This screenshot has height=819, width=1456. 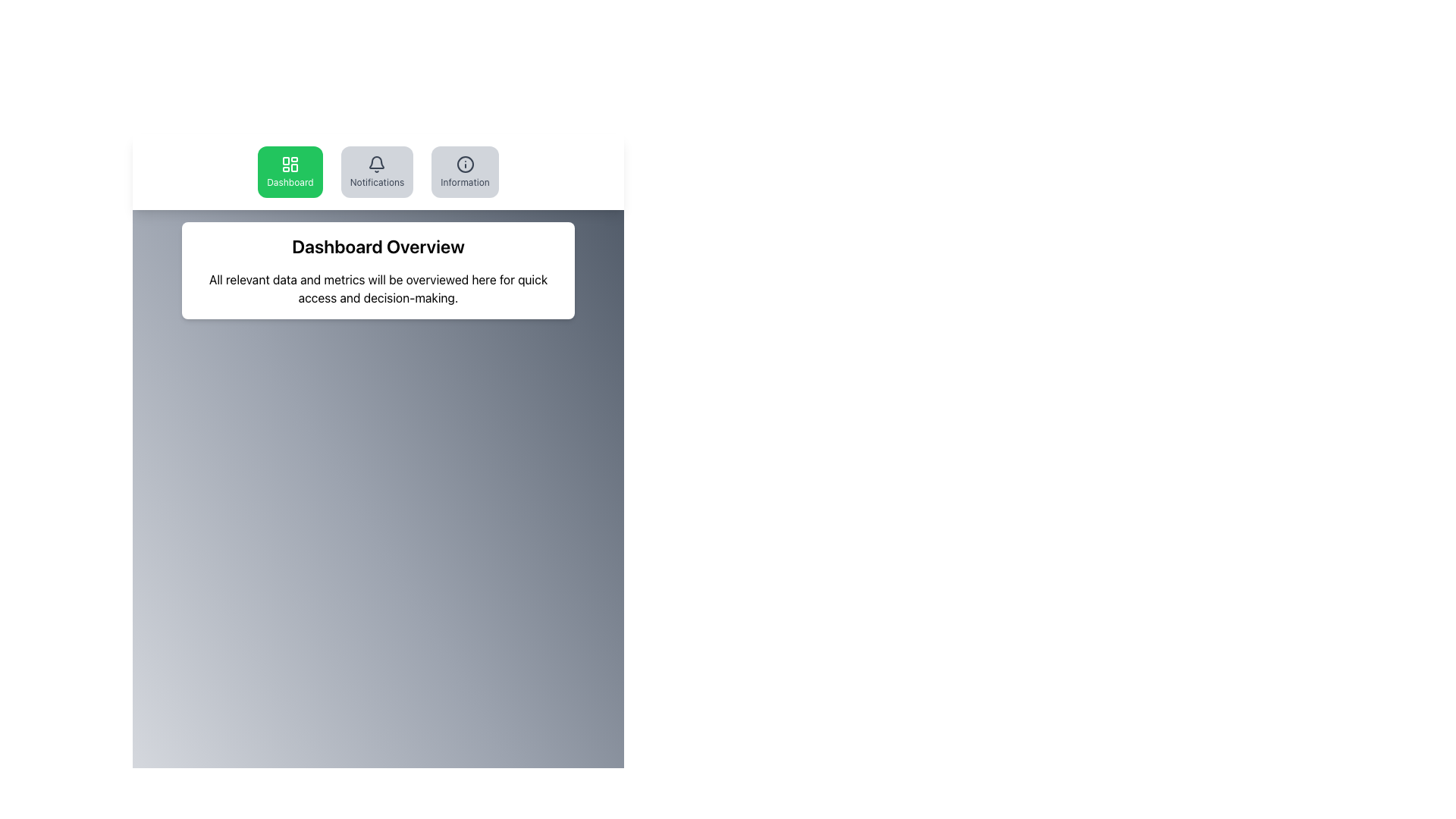 What do you see at coordinates (290, 164) in the screenshot?
I see `the Dashboard icon, which is prominently placed on the green background of the Dashboard section and located to the left of Notifications and Information in the navigation bar` at bounding box center [290, 164].